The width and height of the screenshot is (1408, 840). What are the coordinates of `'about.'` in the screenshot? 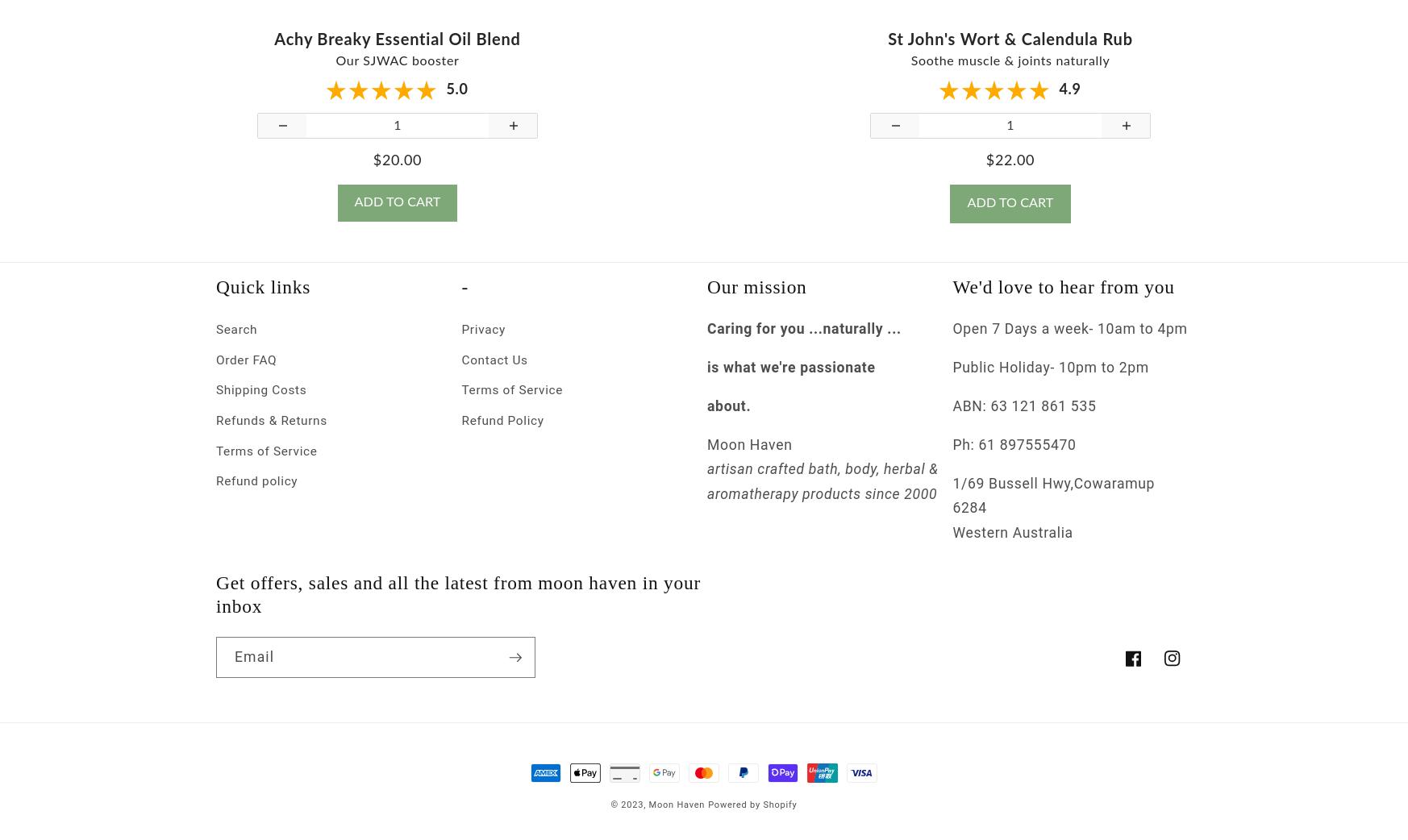 It's located at (728, 420).